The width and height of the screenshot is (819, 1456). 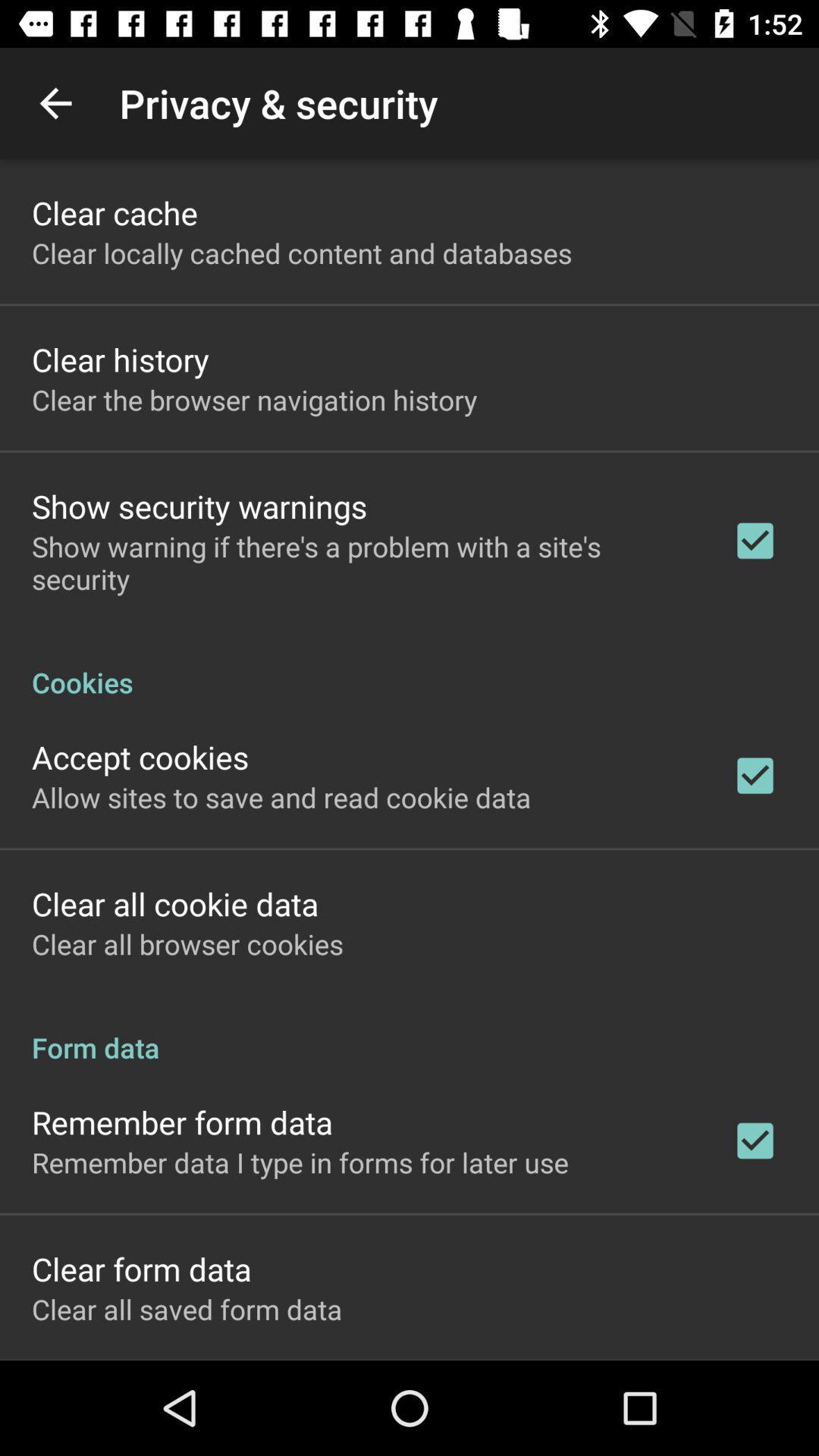 I want to click on the accept cookies, so click(x=140, y=757).